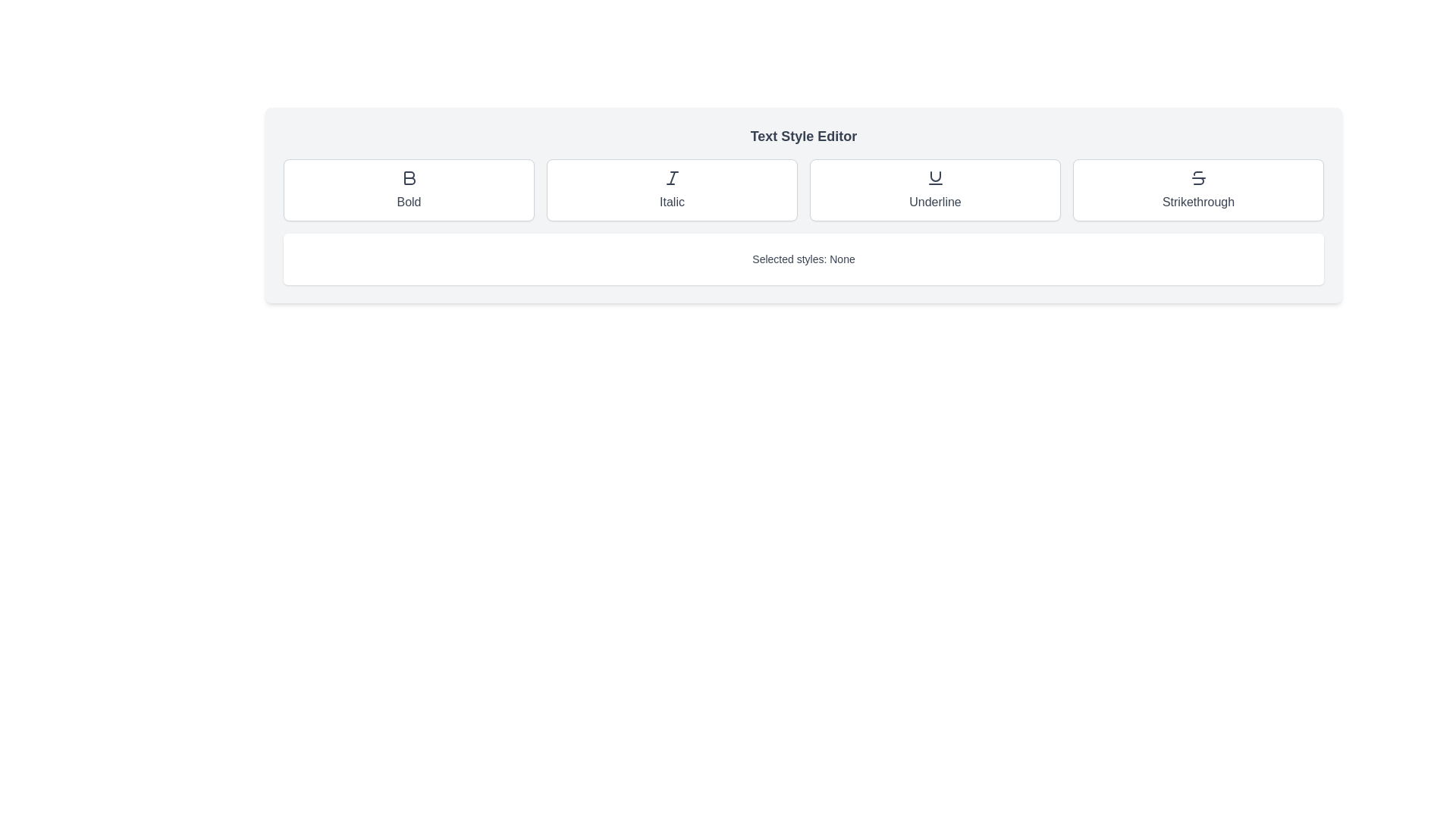 The height and width of the screenshot is (819, 1456). I want to click on the 'Underline' icon in the text editing interface, so click(934, 177).